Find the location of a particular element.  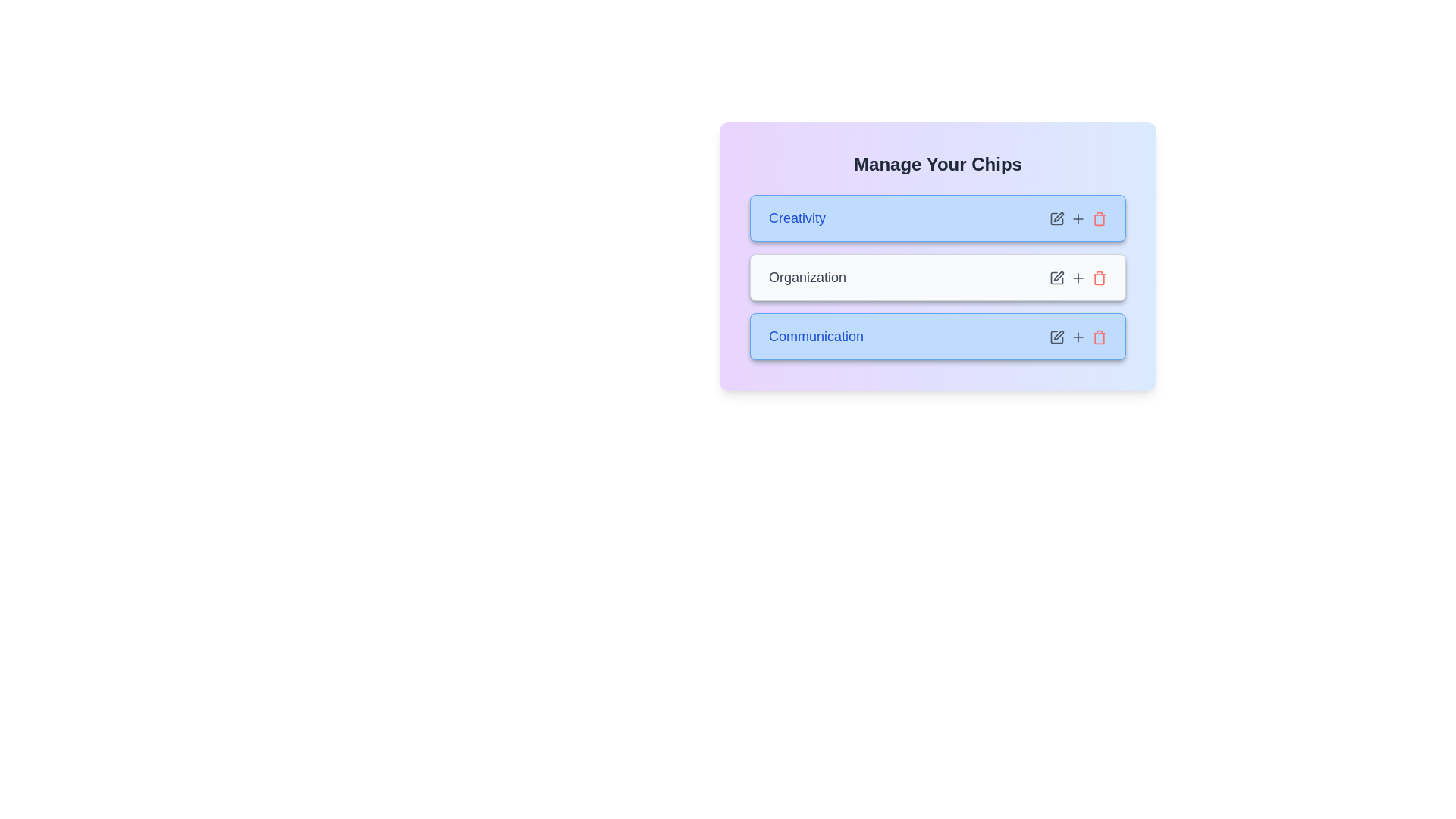

add icon for the chip labeled 'Communication' is located at coordinates (1077, 335).